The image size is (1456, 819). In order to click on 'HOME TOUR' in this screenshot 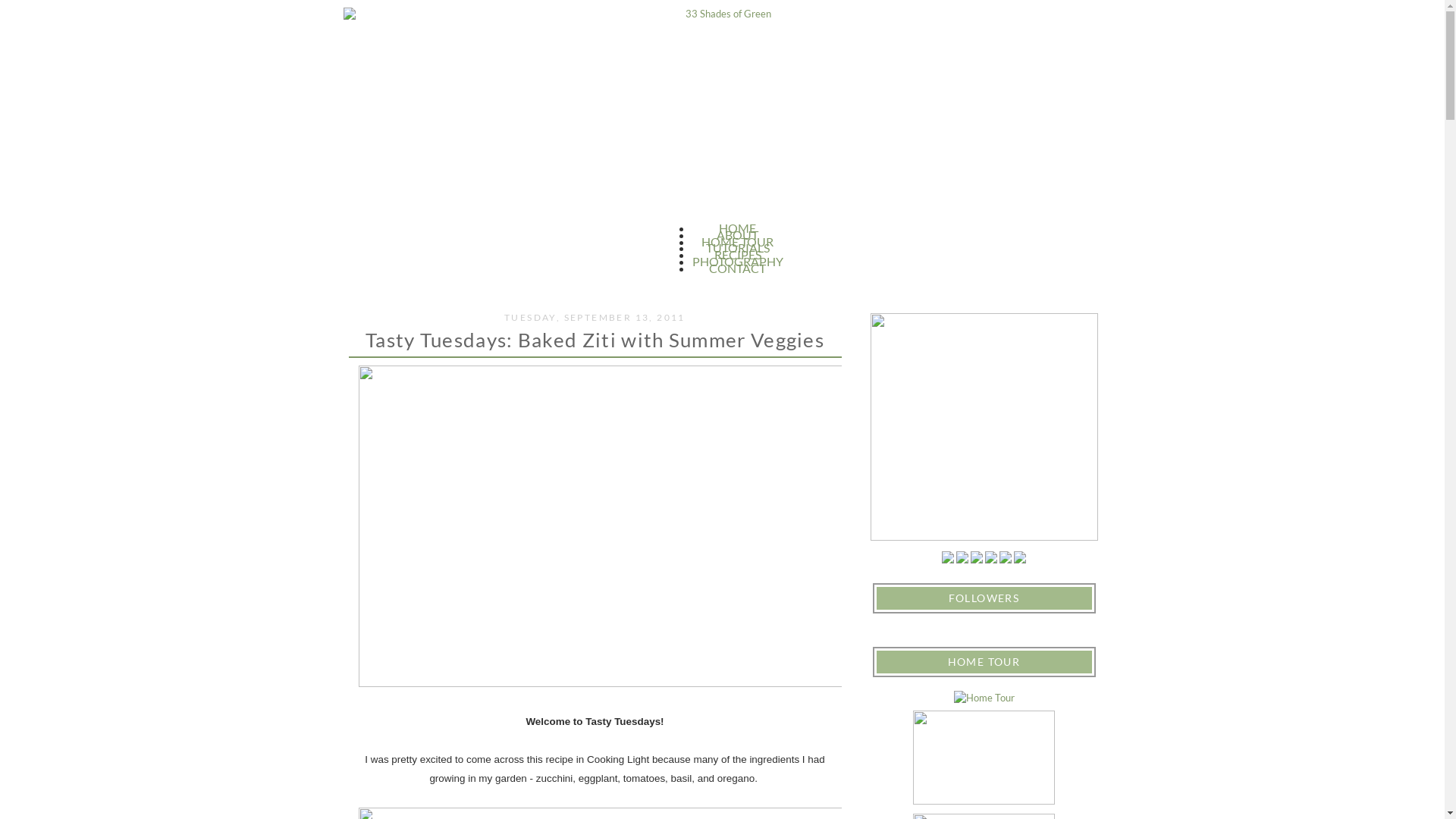, I will do `click(701, 240)`.